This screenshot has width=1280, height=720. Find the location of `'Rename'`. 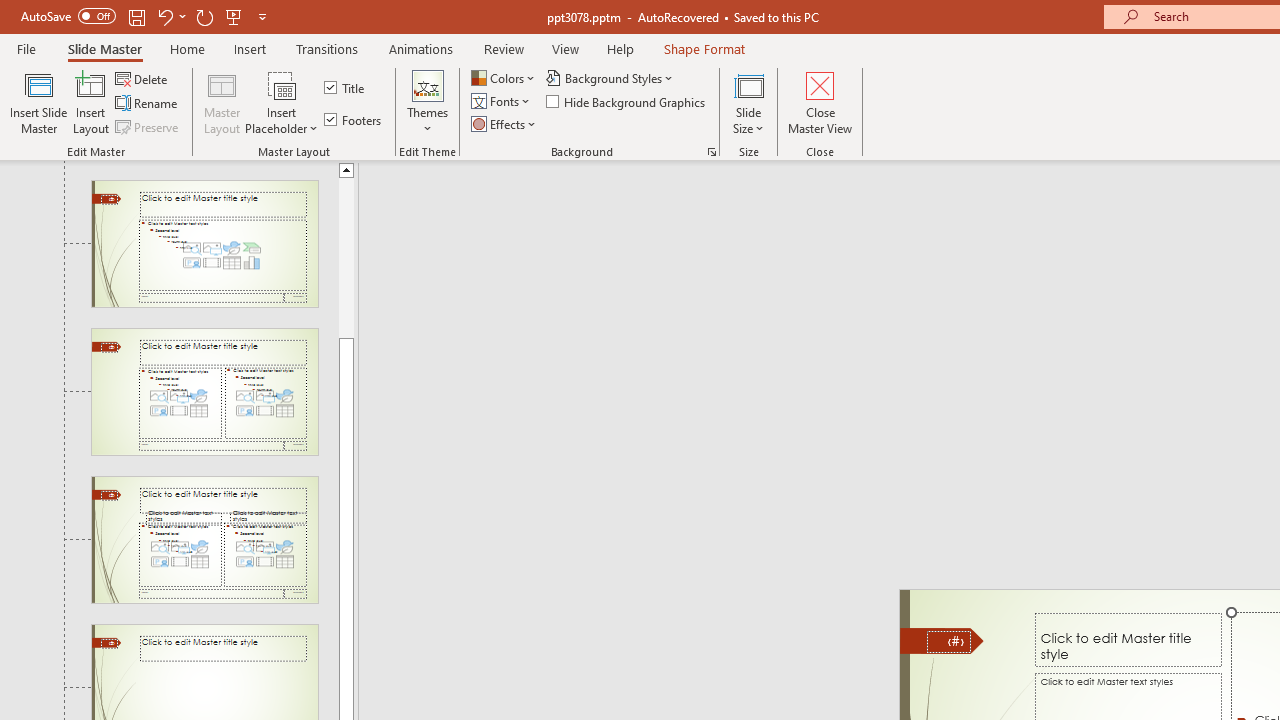

'Rename' is located at coordinates (147, 103).